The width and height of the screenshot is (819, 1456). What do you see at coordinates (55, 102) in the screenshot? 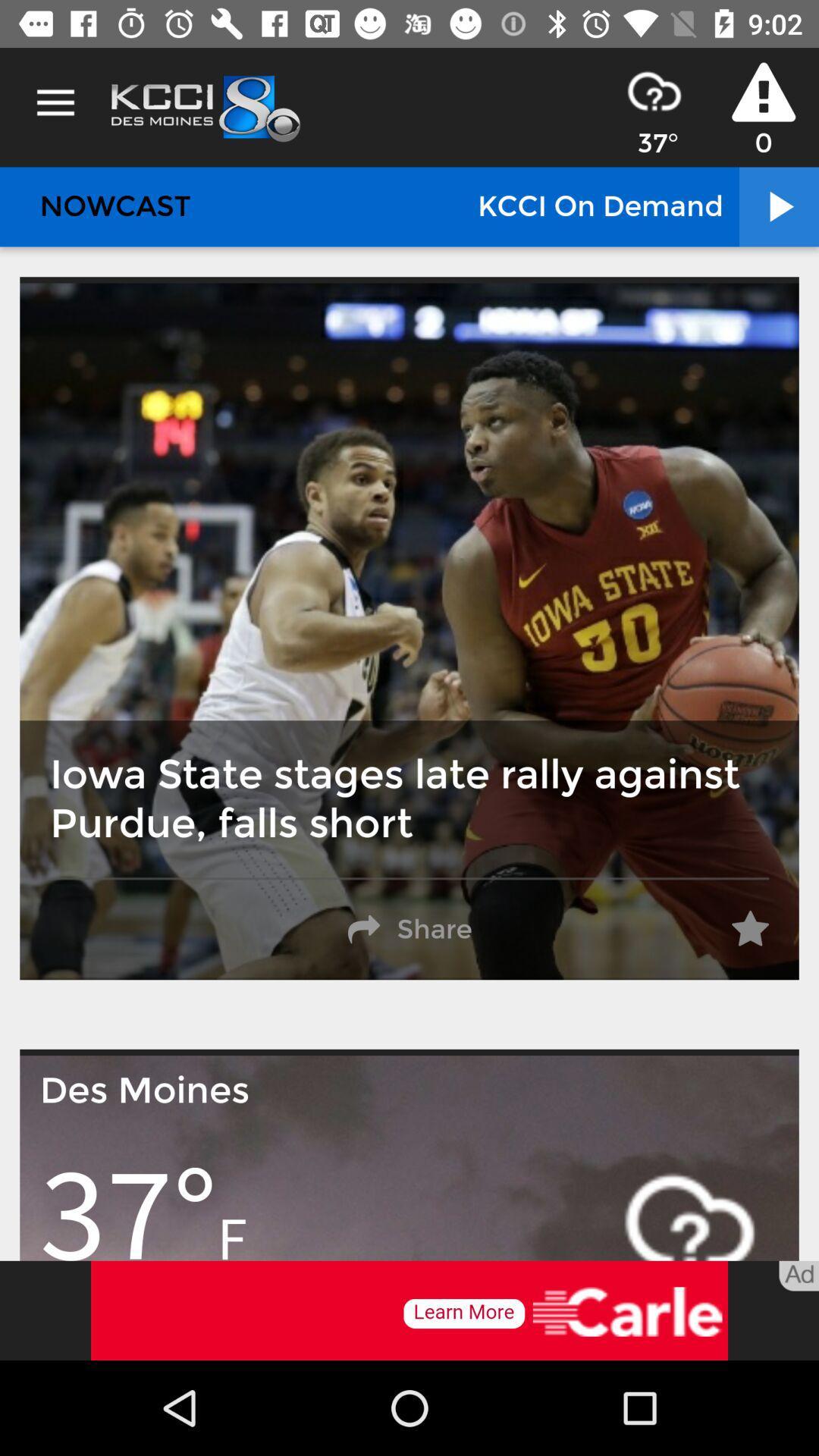
I see `the menu icon` at bounding box center [55, 102].